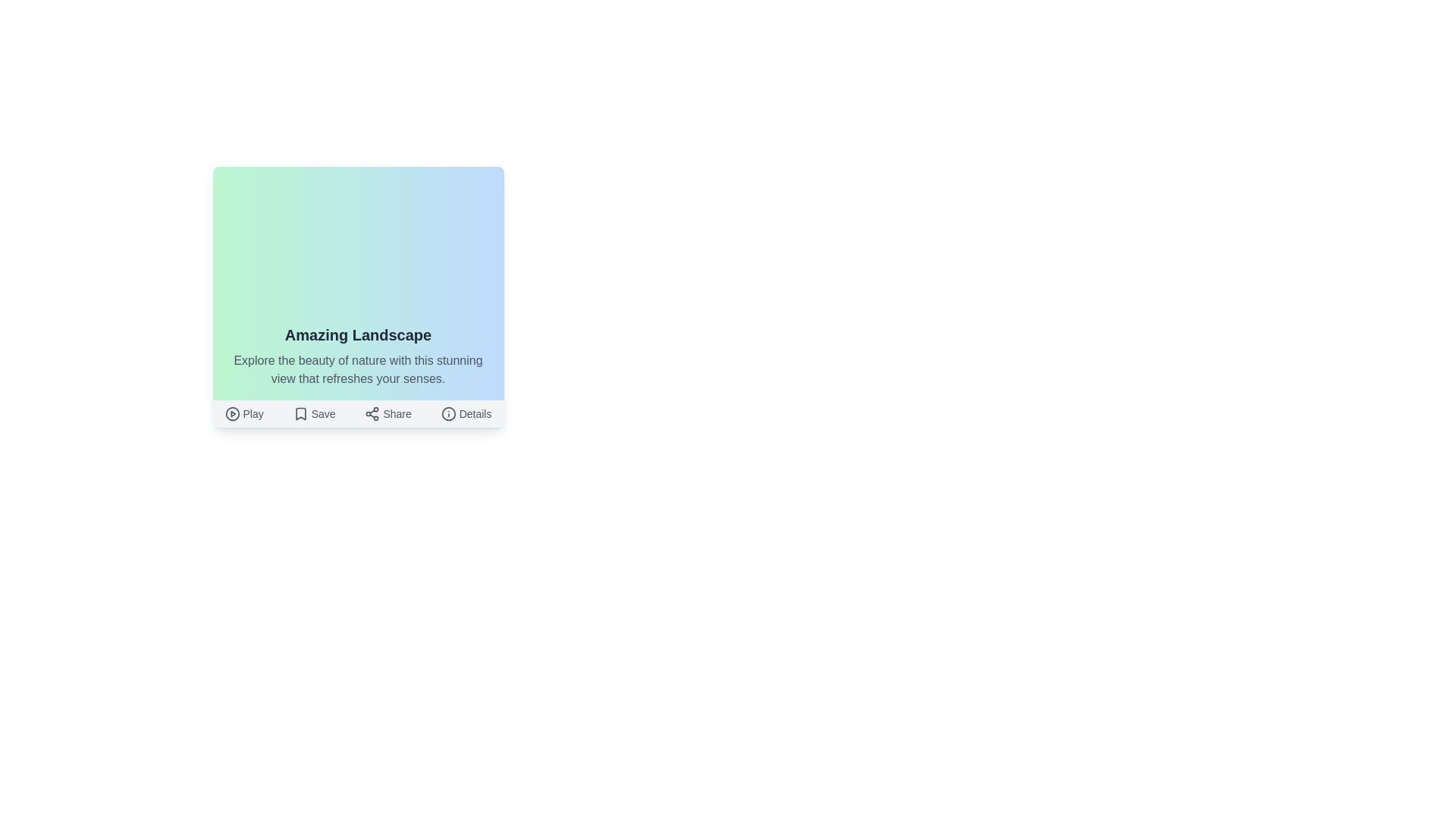 The image size is (1456, 819). Describe the element at coordinates (231, 414) in the screenshot. I see `the circular play button icon located at the bottom-left corner of the card` at that location.